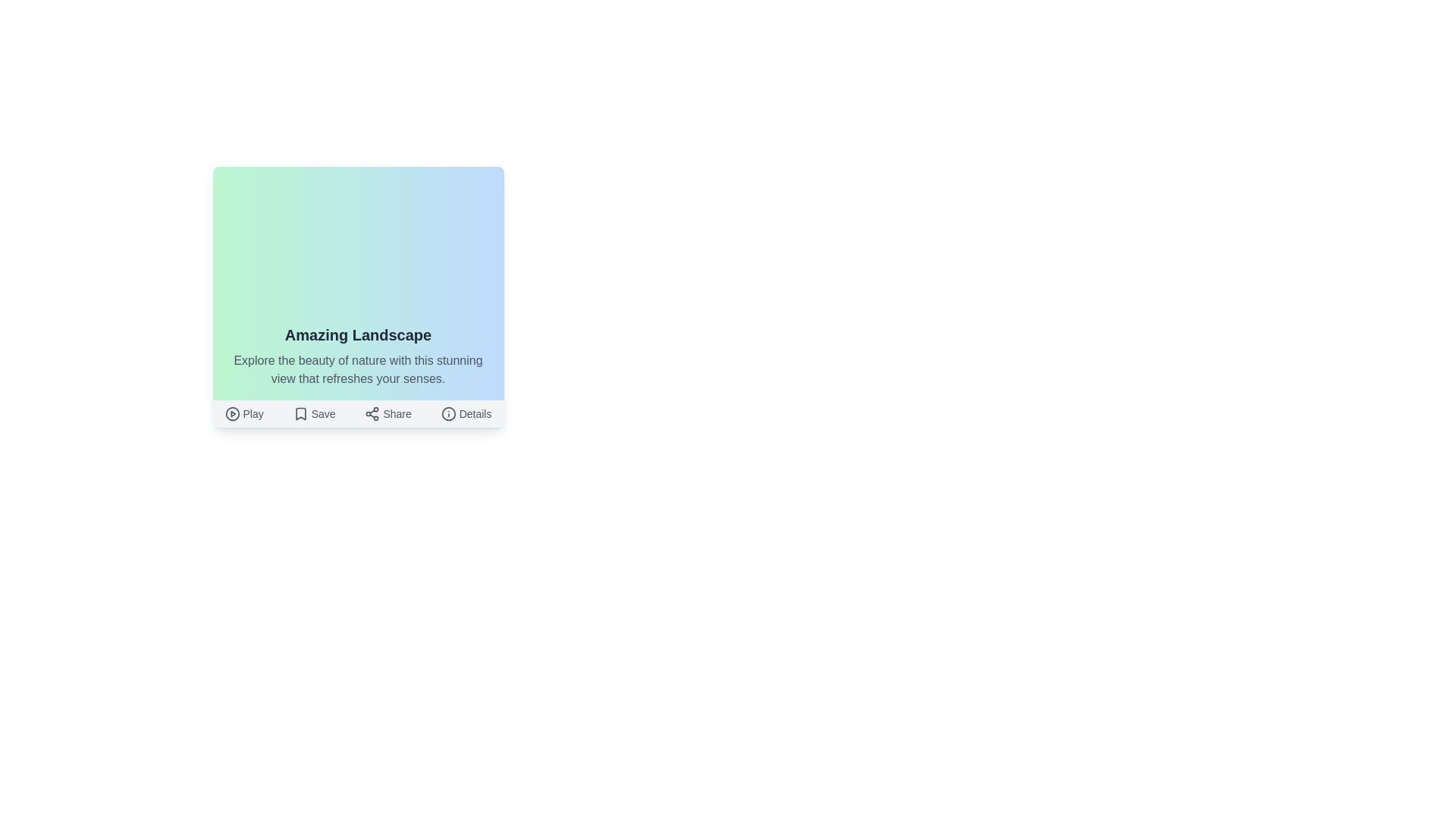 The image size is (1456, 819). Describe the element at coordinates (231, 414) in the screenshot. I see `the circular play button icon located at the bottom-left corner of the card` at that location.